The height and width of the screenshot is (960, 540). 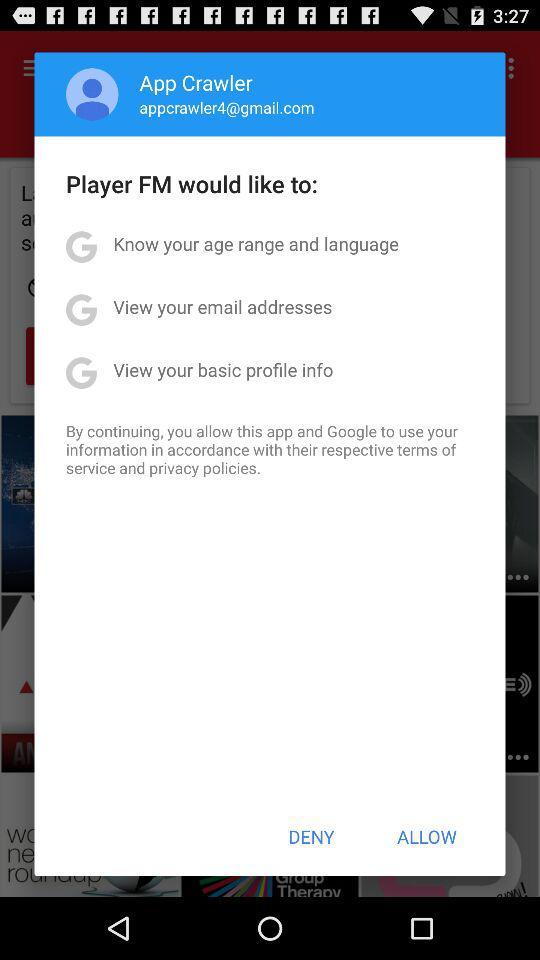 I want to click on item next to app crawler, so click(x=91, y=94).